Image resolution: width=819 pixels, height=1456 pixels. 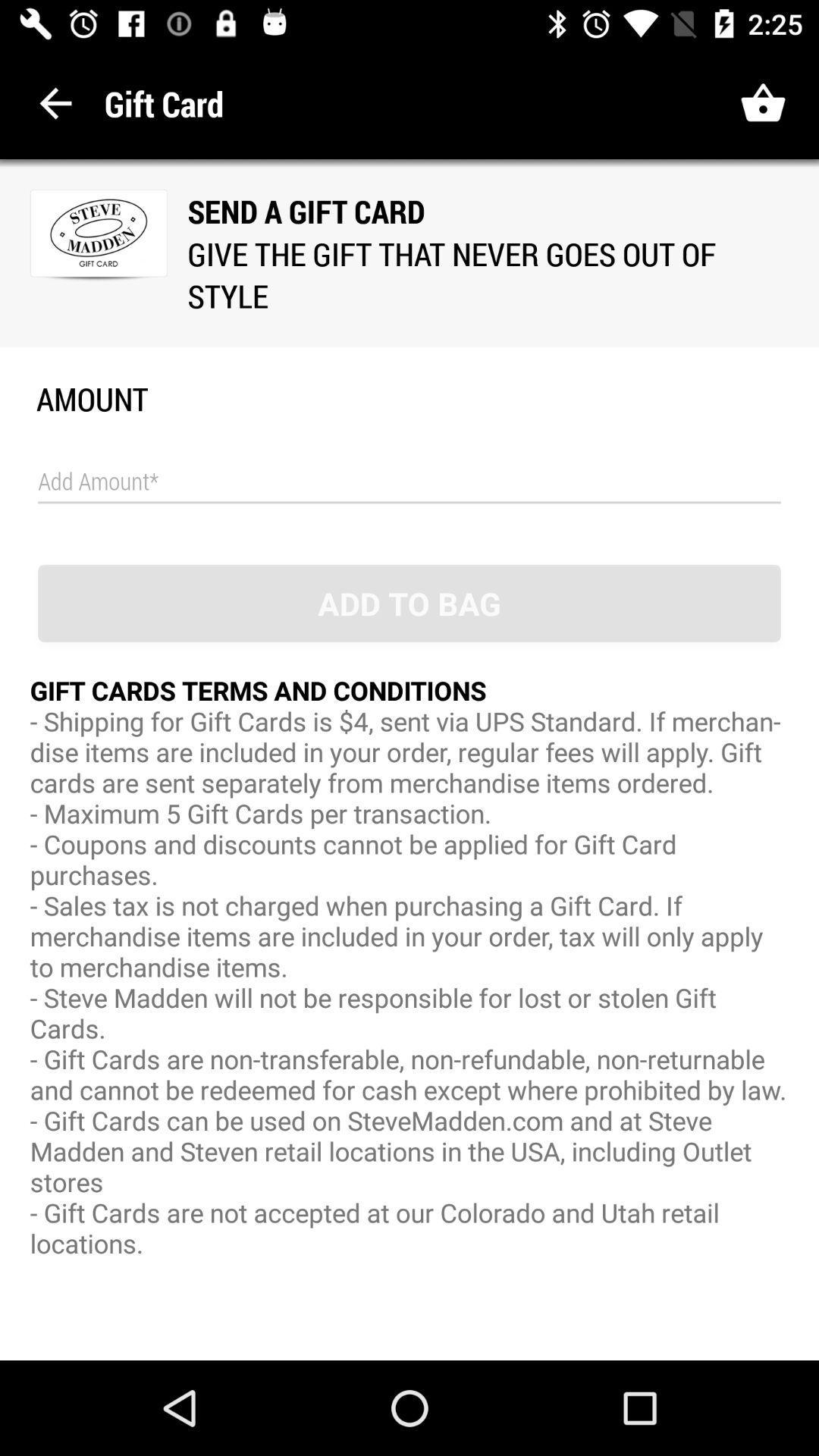 I want to click on amount, so click(x=409, y=481).